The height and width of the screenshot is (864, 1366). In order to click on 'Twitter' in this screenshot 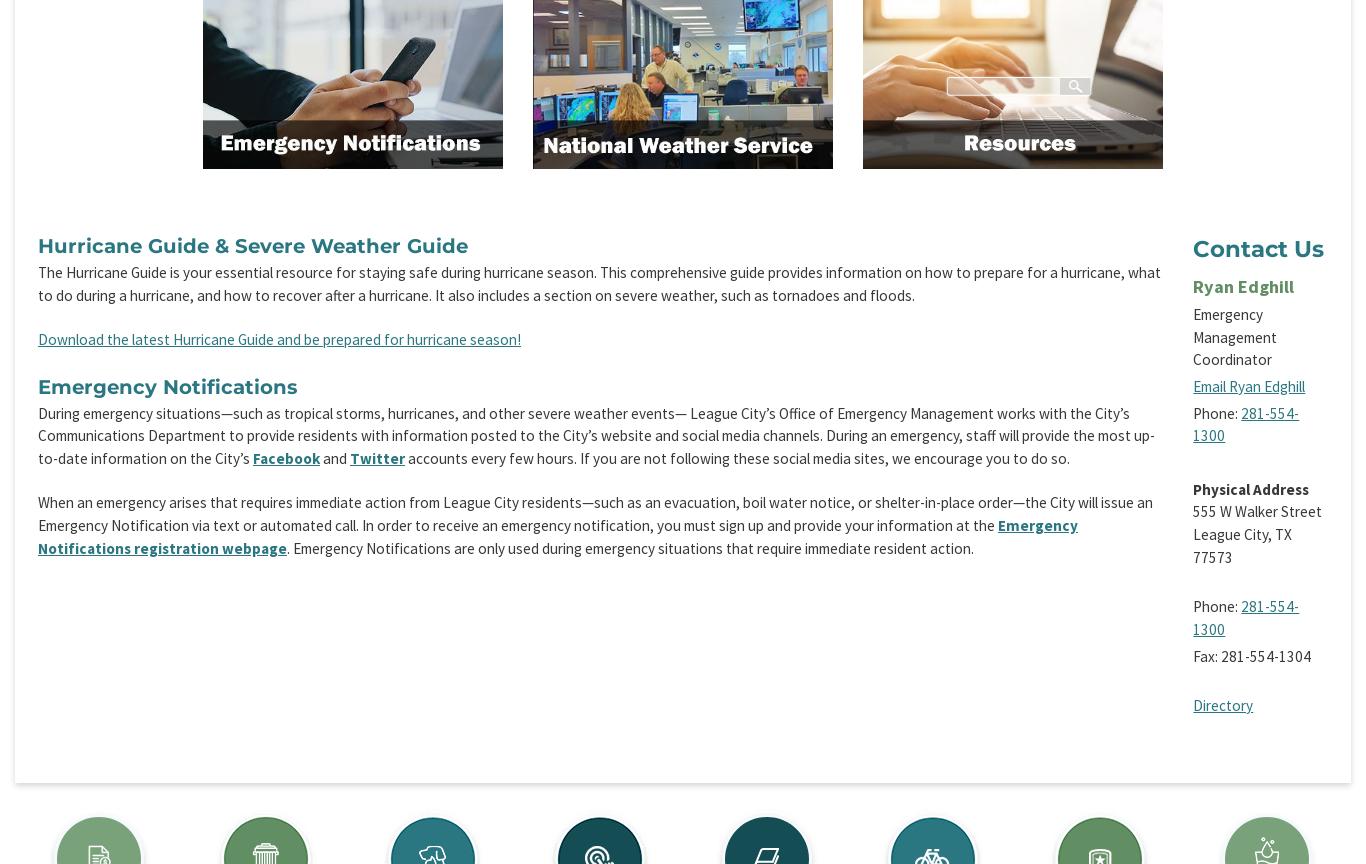, I will do `click(375, 458)`.